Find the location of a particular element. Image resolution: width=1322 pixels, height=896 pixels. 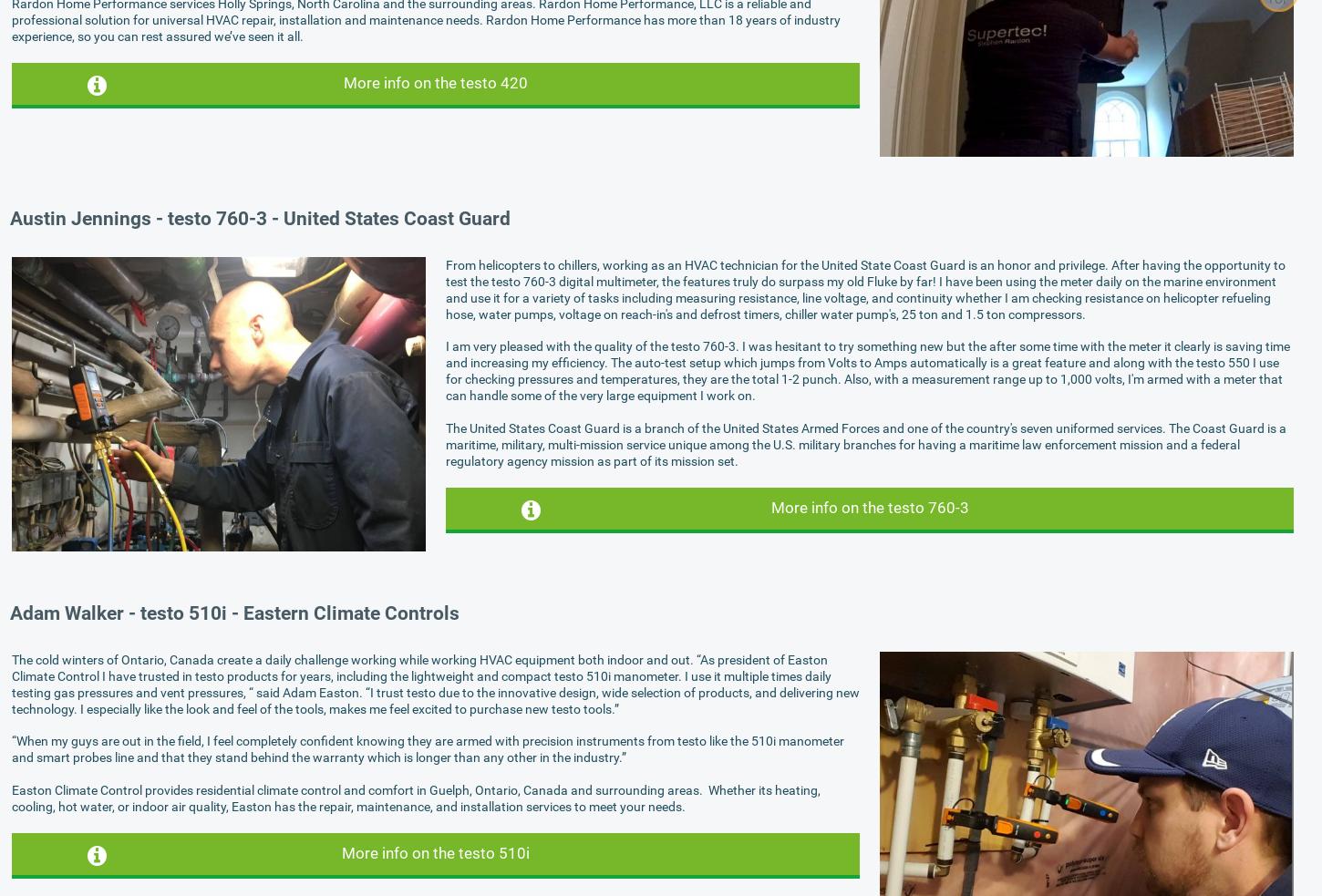

'Austin Jennings - testo 760-3 - United States Coast Guard' is located at coordinates (10, 217).